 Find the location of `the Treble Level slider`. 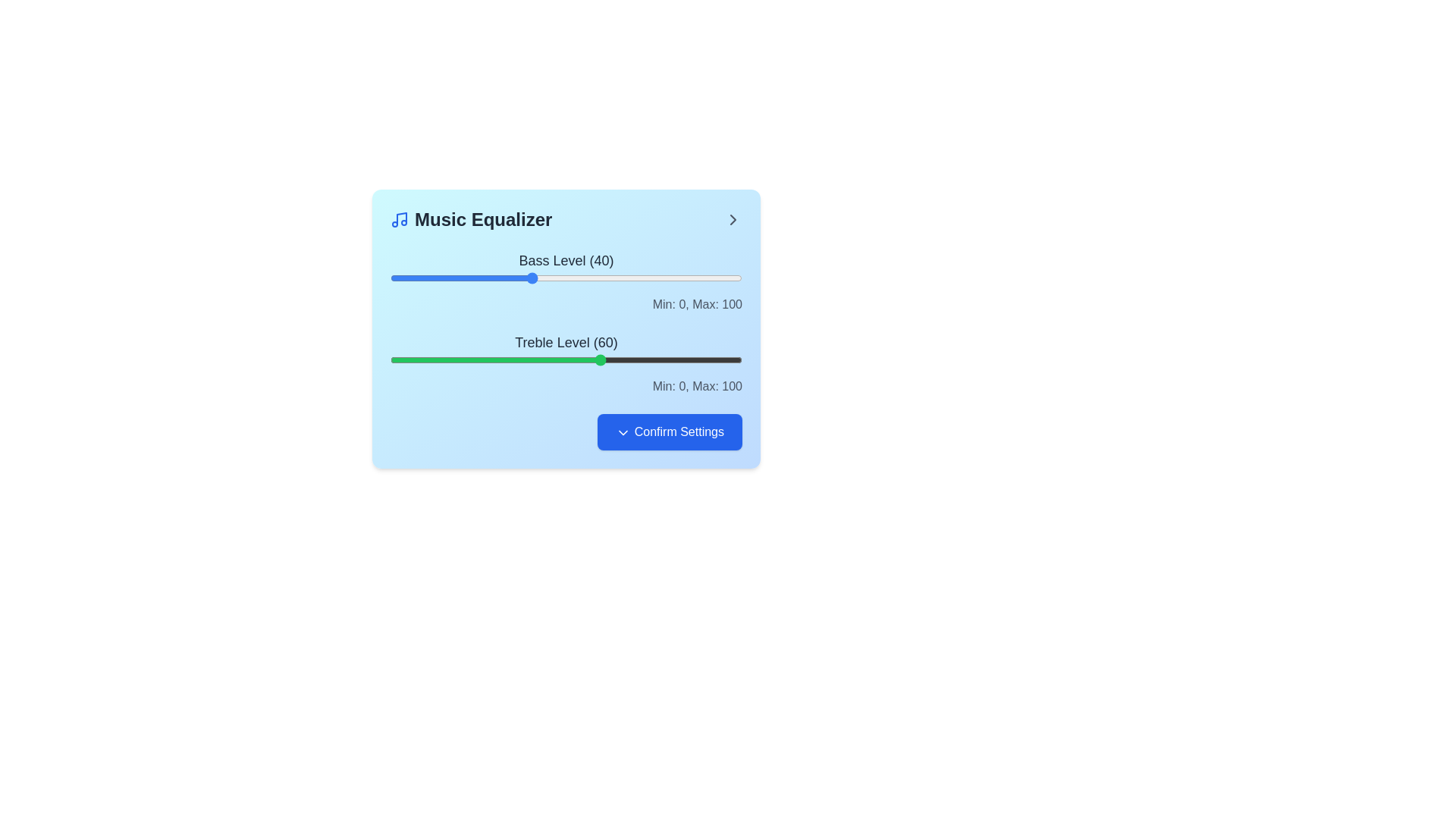

the Treble Level slider is located at coordinates (566, 359).